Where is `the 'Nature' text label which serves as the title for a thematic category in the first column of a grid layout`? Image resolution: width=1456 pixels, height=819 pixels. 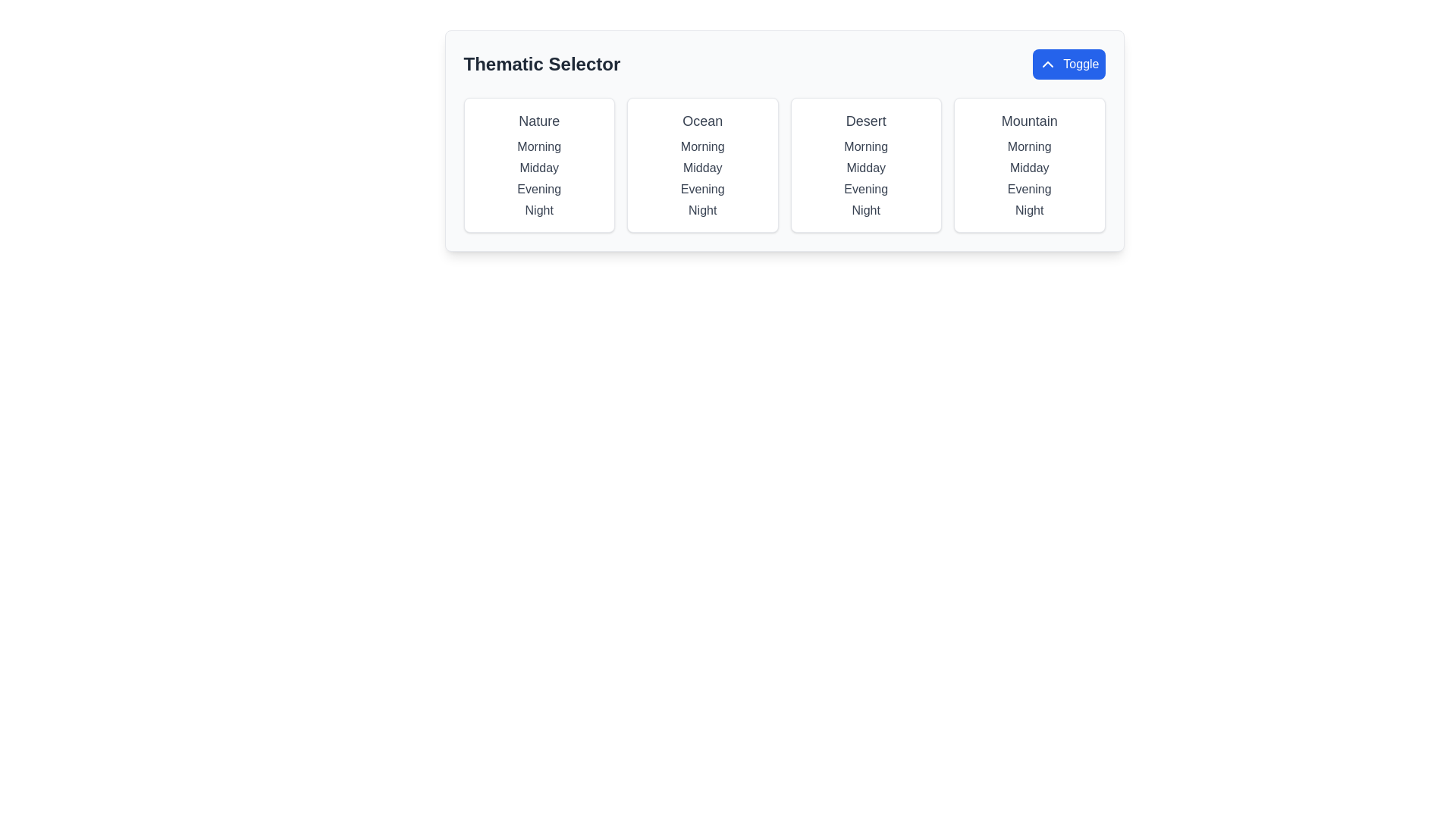
the 'Nature' text label which serves as the title for a thematic category in the first column of a grid layout is located at coordinates (539, 120).